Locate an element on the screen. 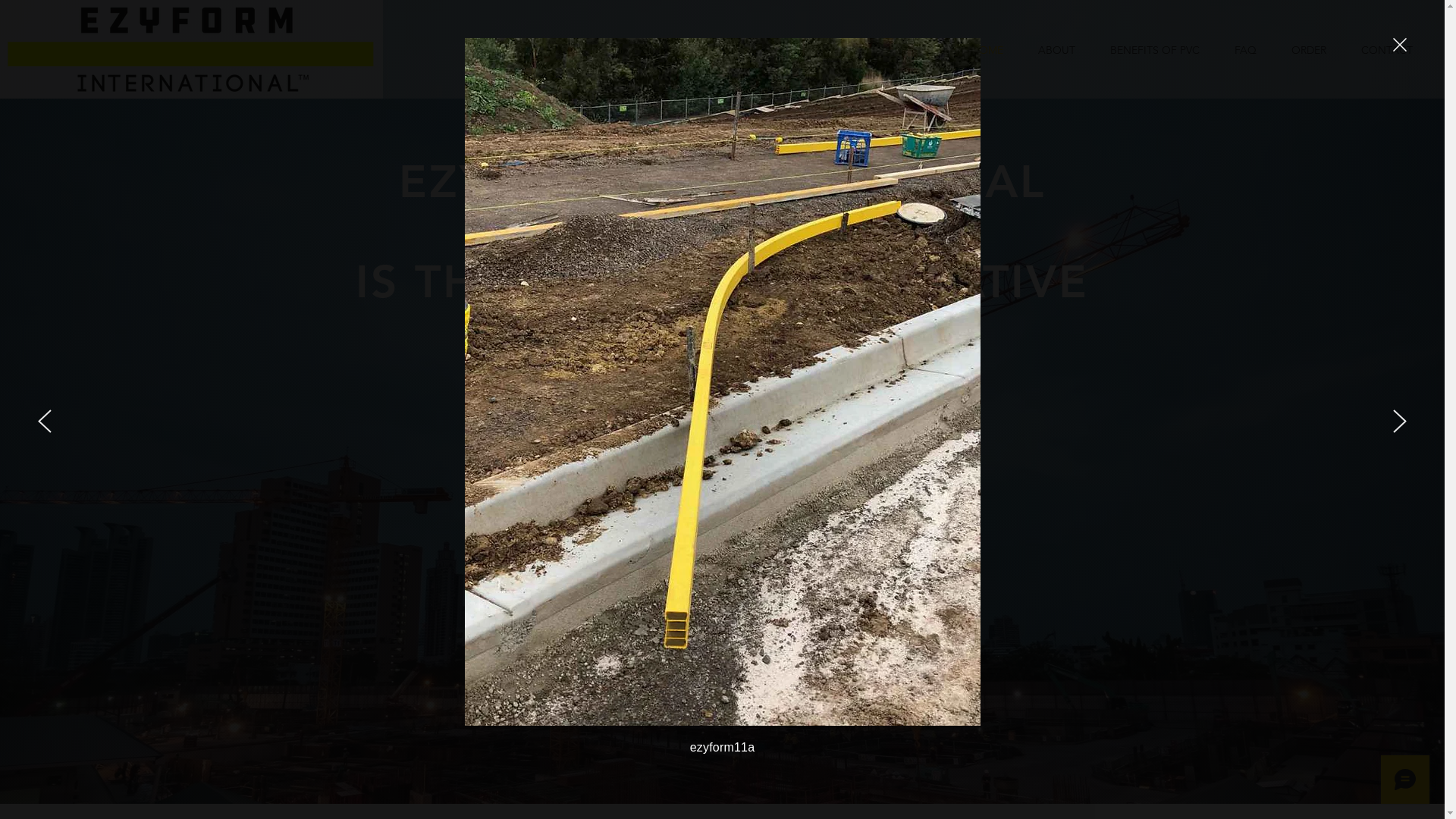 The width and height of the screenshot is (1456, 819). 'BENEFITS OF PVC' is located at coordinates (1153, 49).